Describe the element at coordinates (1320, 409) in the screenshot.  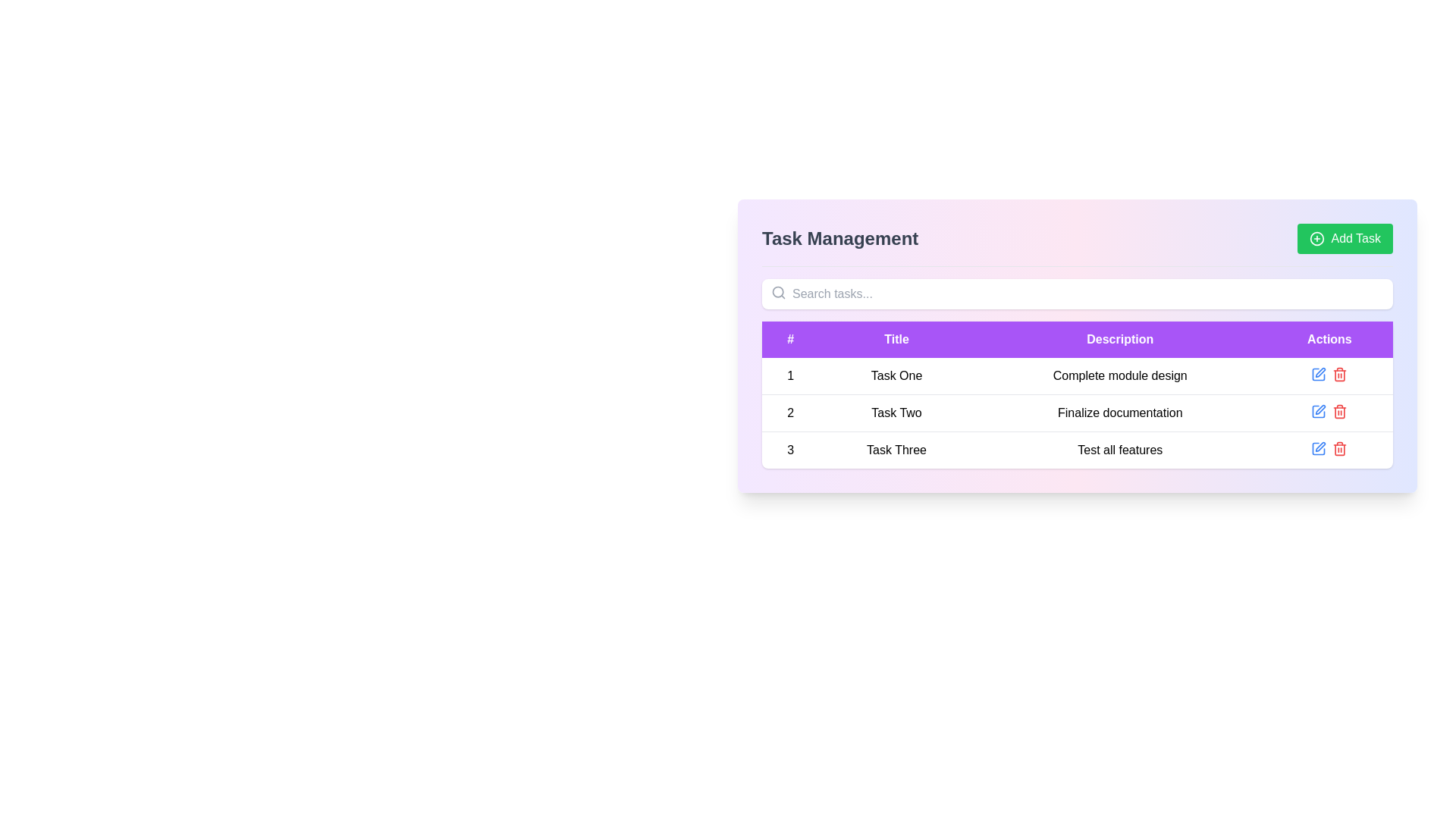
I see `the edit icon button in the 'Actions' column for 'Task Two'` at that location.